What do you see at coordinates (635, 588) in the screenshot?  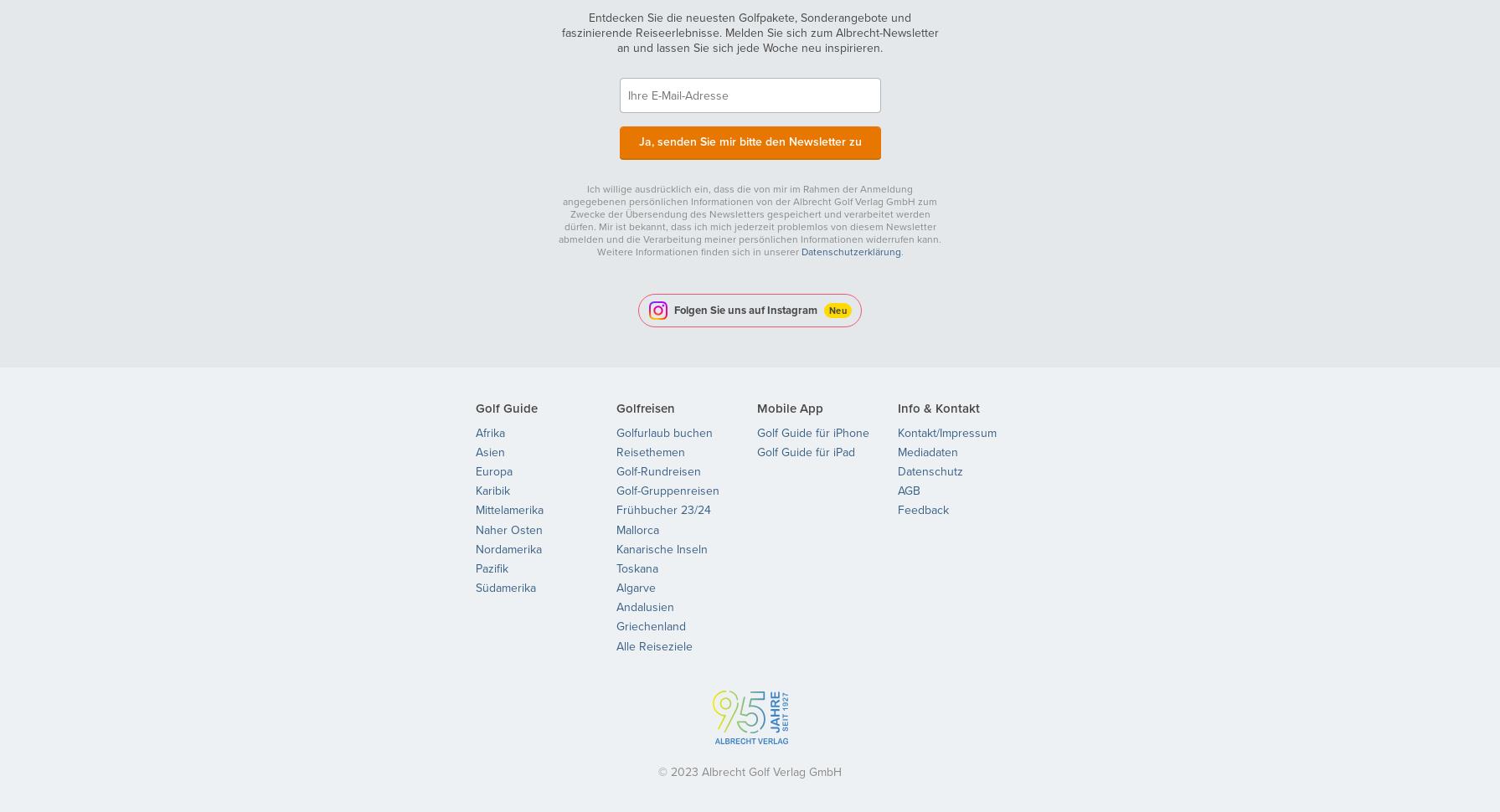 I see `'Algarve'` at bounding box center [635, 588].